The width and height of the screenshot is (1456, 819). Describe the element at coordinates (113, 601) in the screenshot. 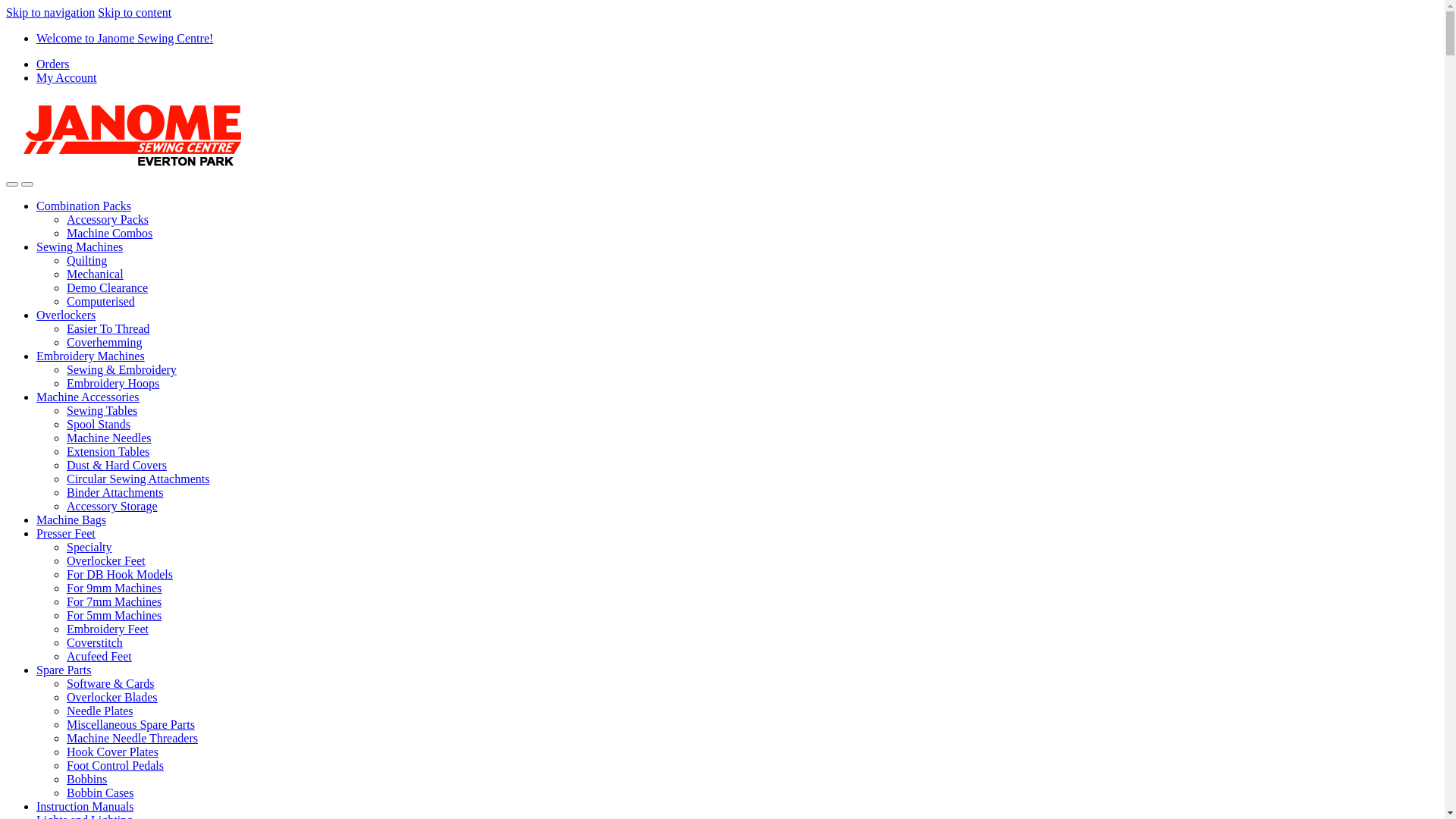

I see `'For 7mm Machines'` at that location.